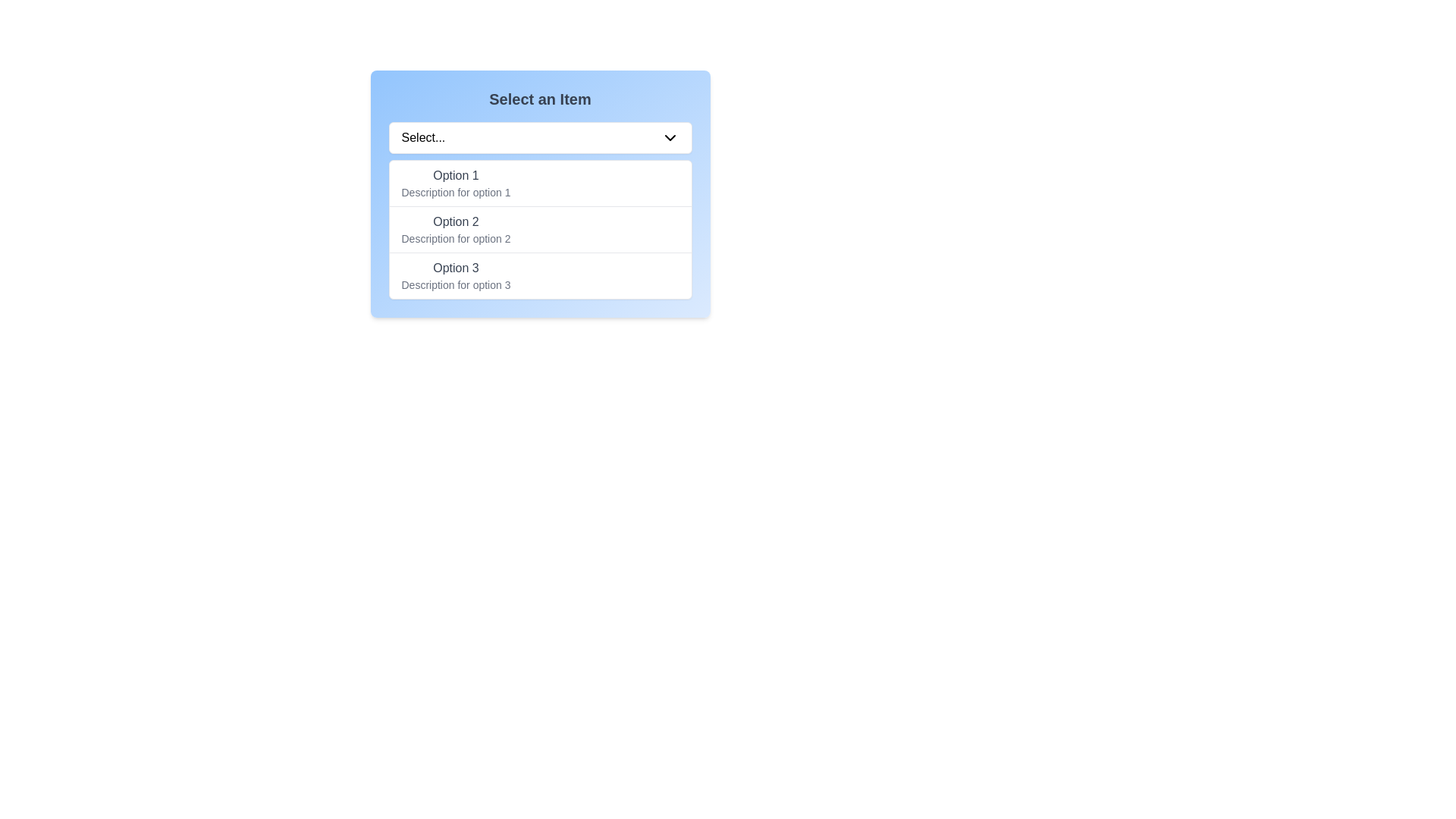 The height and width of the screenshot is (819, 1456). What do you see at coordinates (540, 229) in the screenshot?
I see `the second option in the dropdown menu labeled 'Option 2'` at bounding box center [540, 229].